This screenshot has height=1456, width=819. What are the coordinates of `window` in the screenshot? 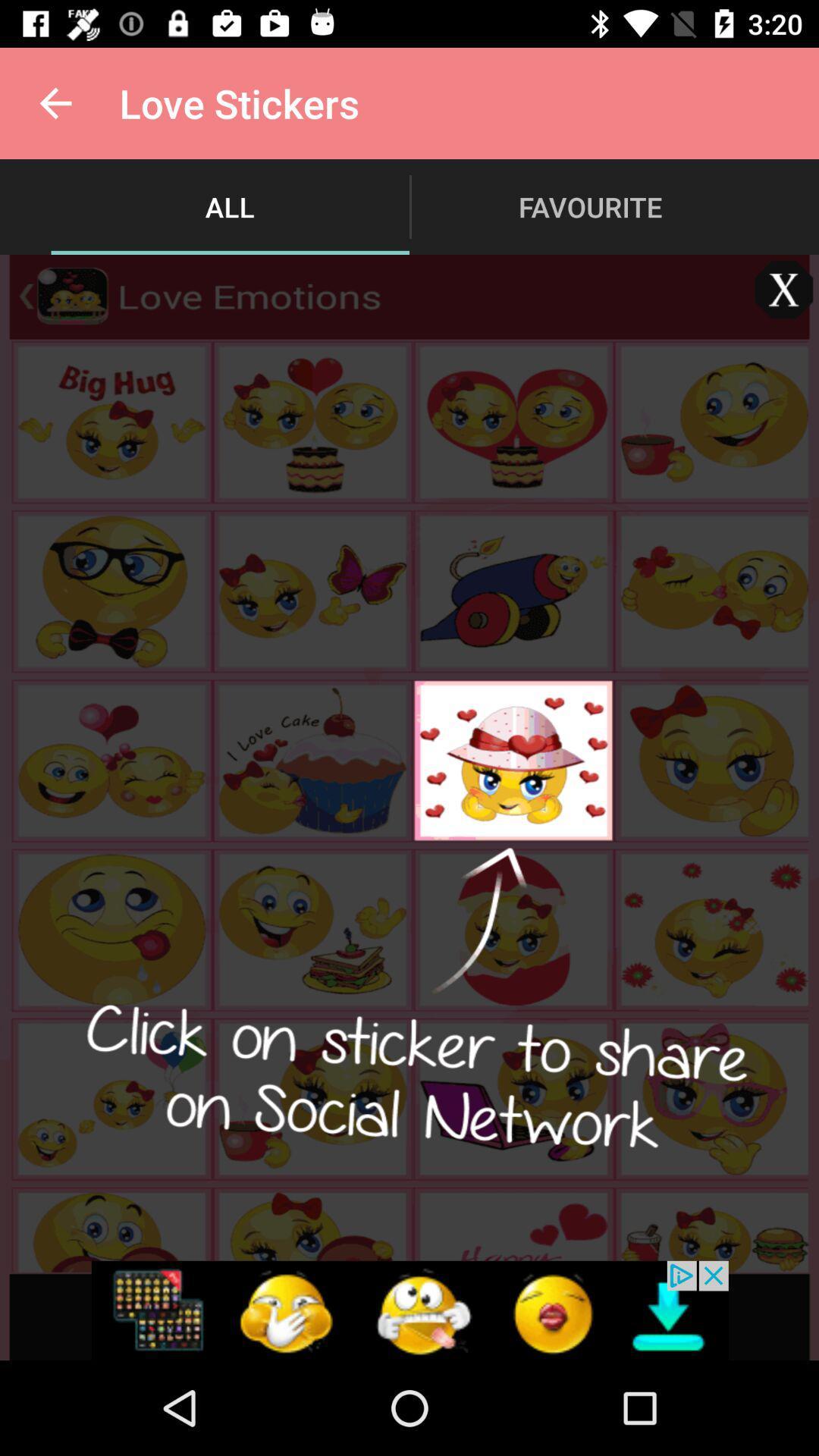 It's located at (783, 290).